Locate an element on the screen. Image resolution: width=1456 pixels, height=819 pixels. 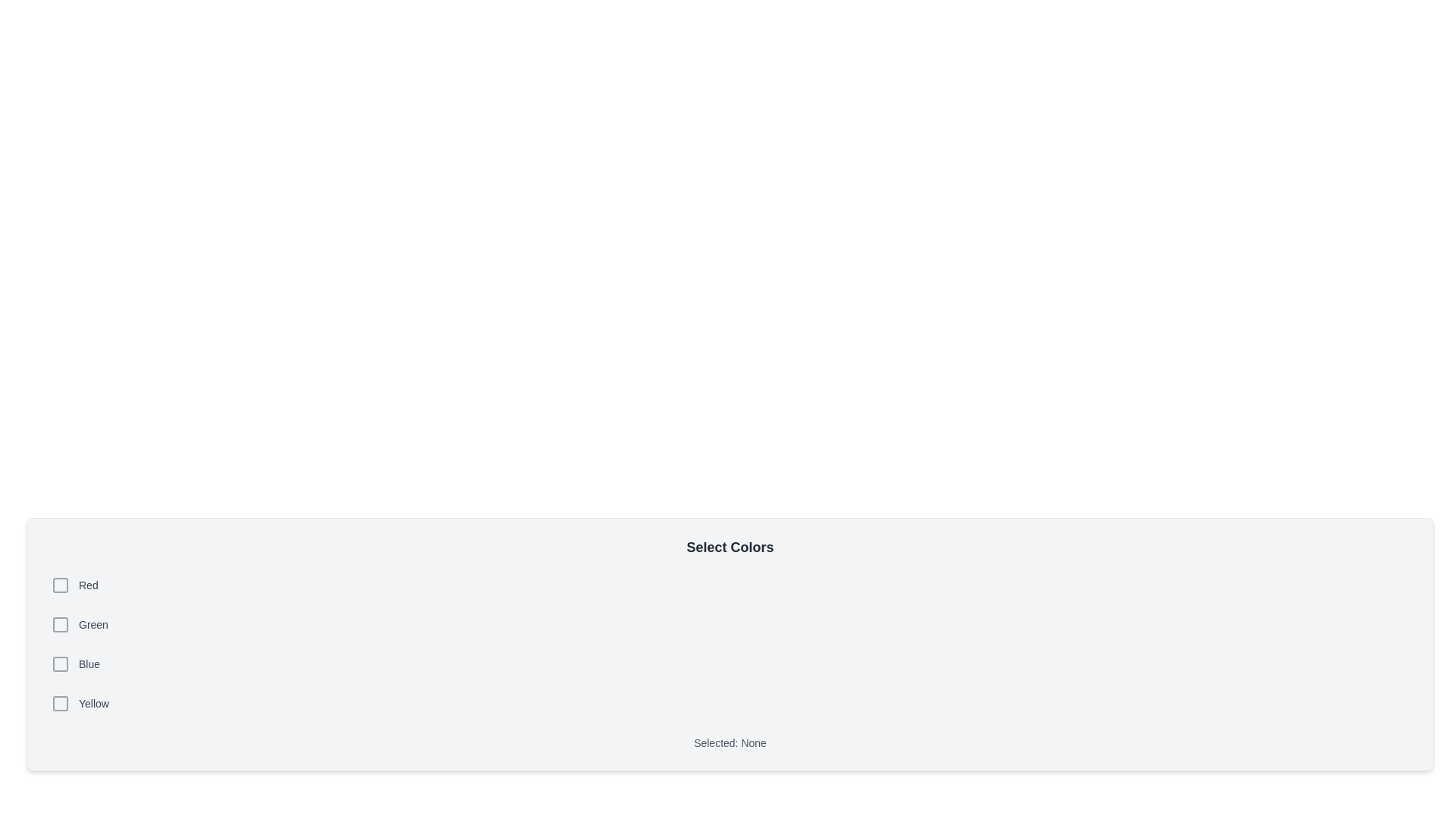
the text label 'Red' which identifies the corresponding checkbox option in the vertical list is located at coordinates (87, 584).